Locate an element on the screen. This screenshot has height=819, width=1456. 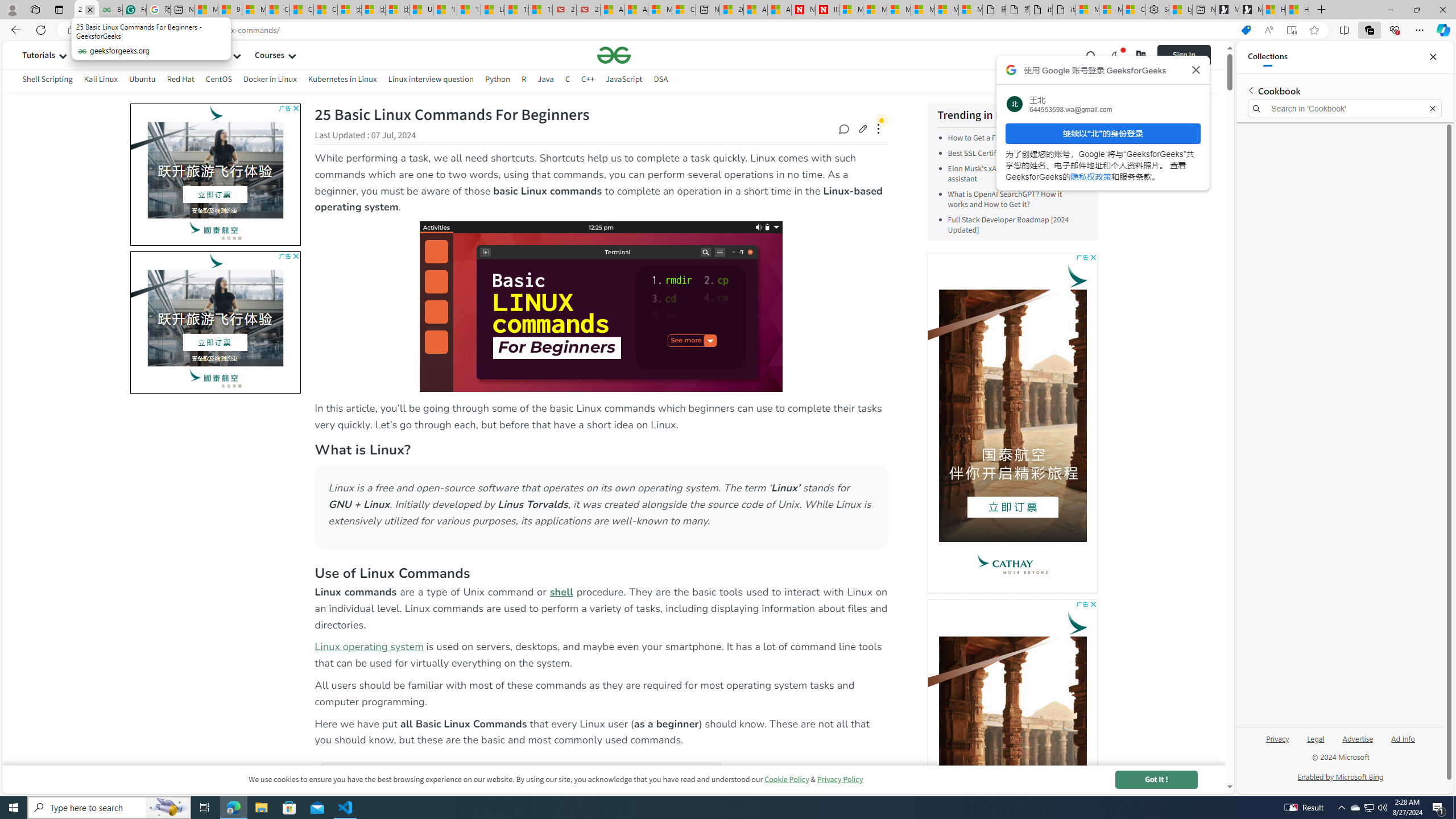
'itconcepthk.com/projector_solutions.mp4' is located at coordinates (1064, 9).